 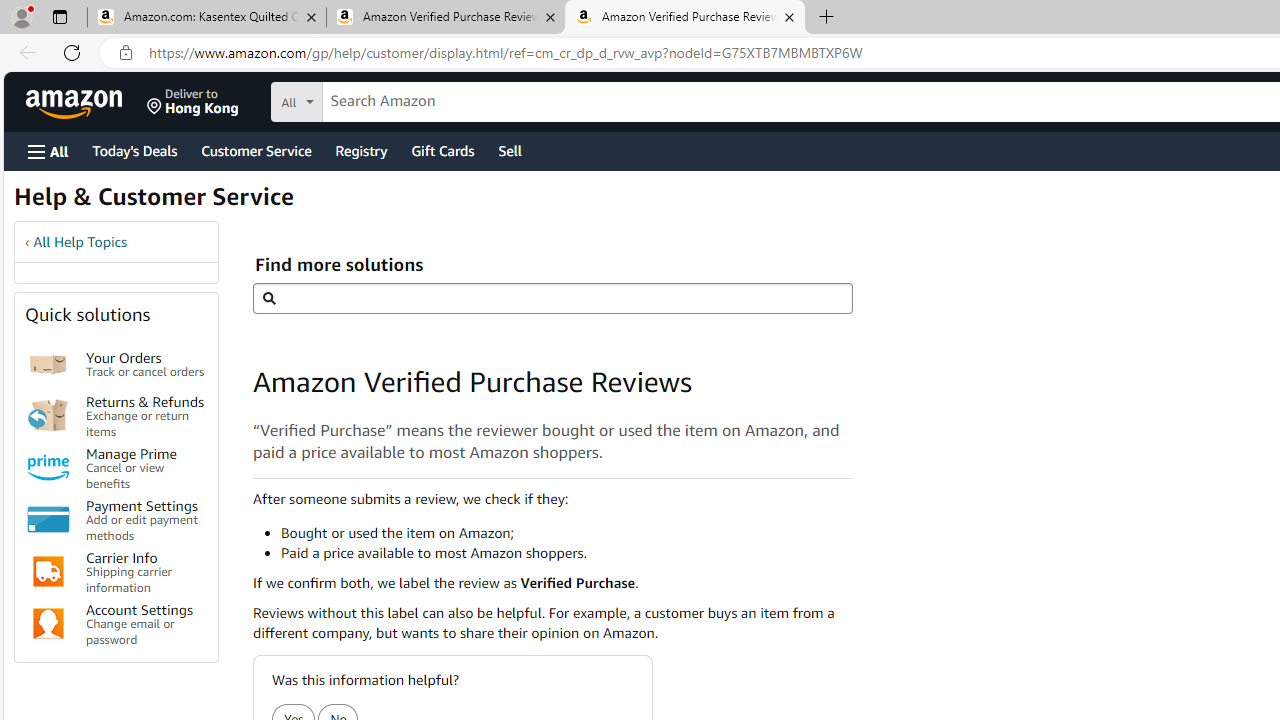 I want to click on 'Returns & Refunds Exchange or return items', so click(x=144, y=414).